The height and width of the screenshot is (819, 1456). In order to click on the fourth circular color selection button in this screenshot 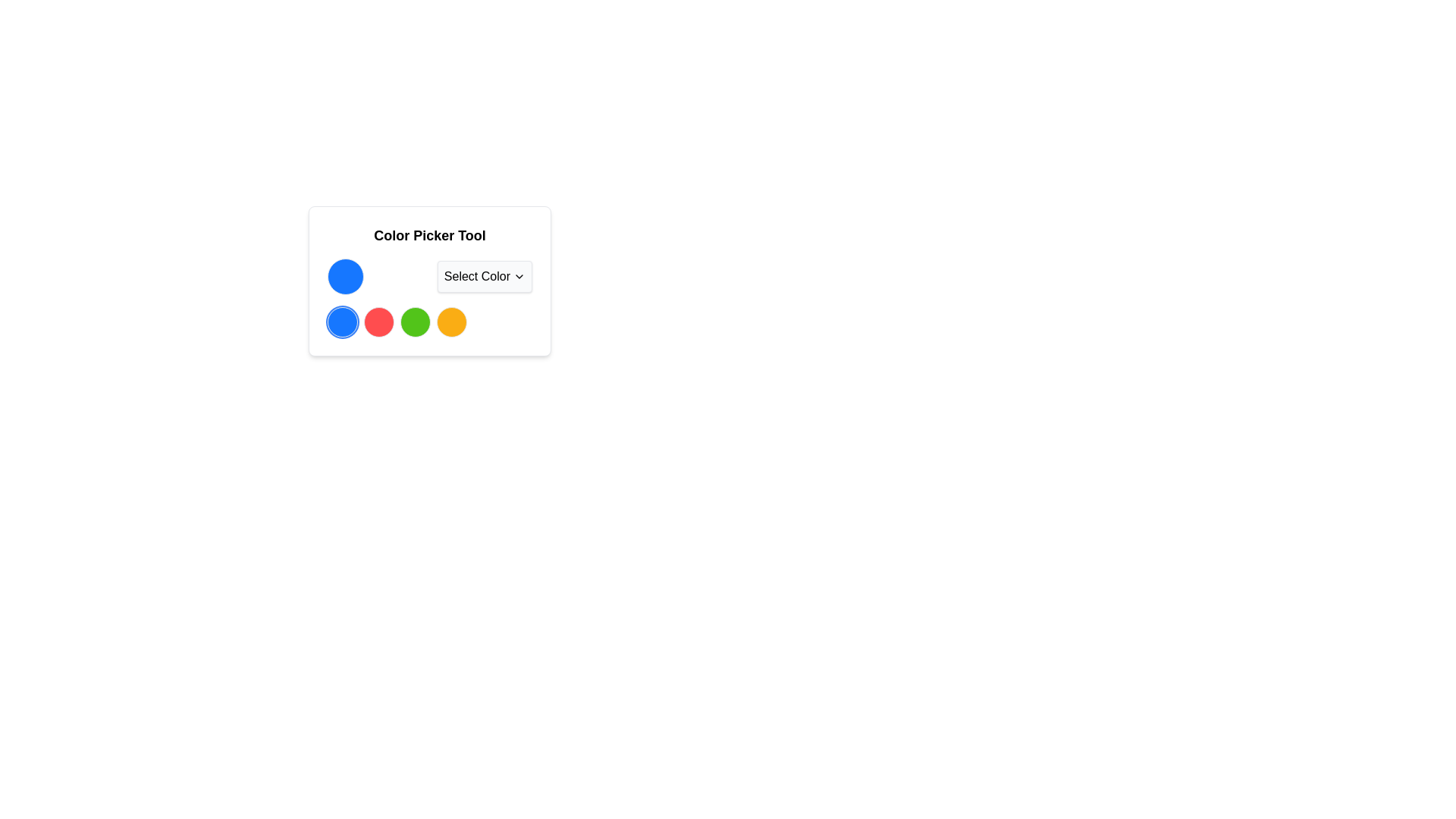, I will do `click(450, 321)`.